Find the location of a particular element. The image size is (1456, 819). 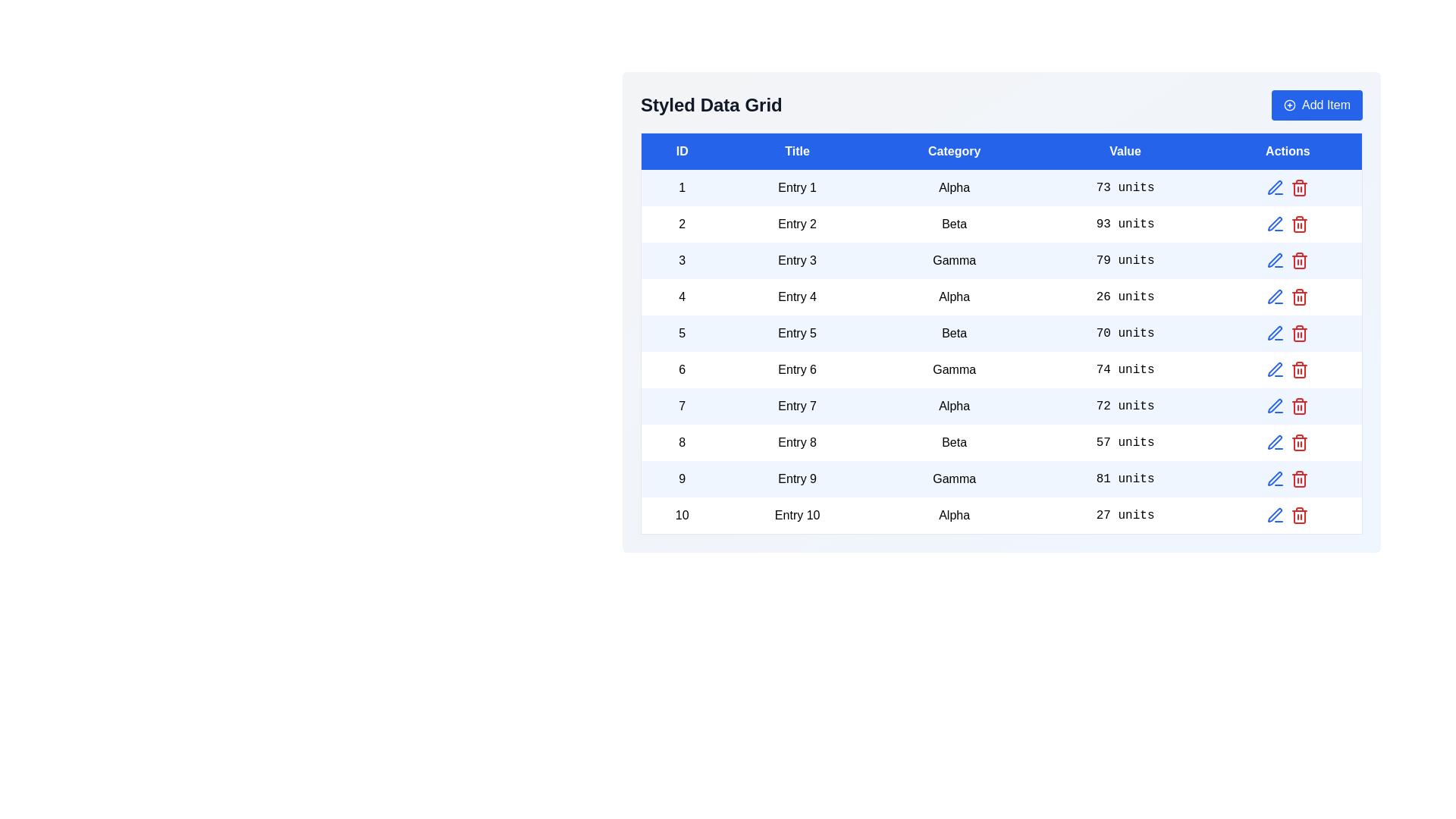

the column header Title to sort the table is located at coordinates (796, 151).